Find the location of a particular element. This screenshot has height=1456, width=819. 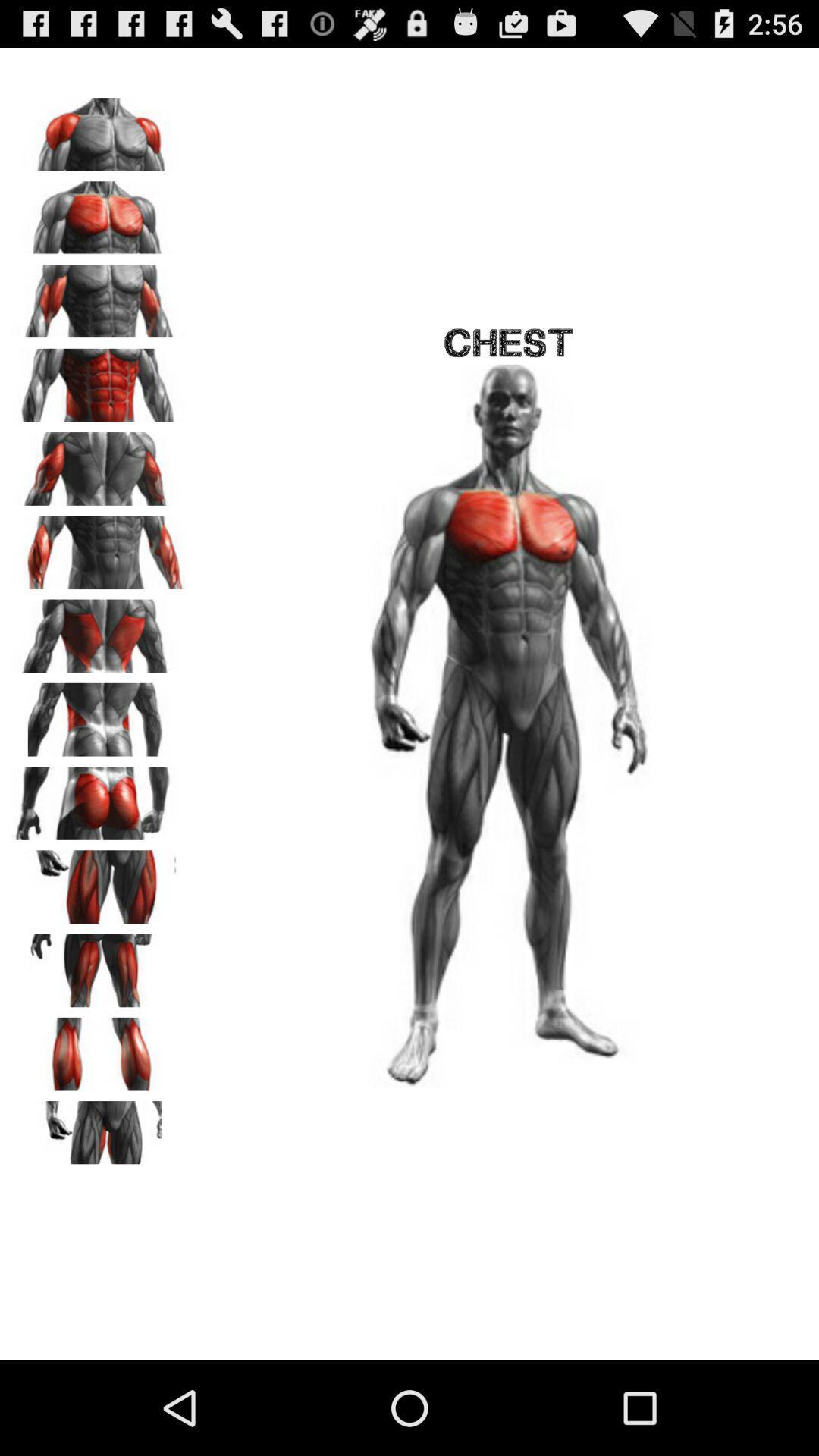

gluteus maximus detail is located at coordinates (99, 797).